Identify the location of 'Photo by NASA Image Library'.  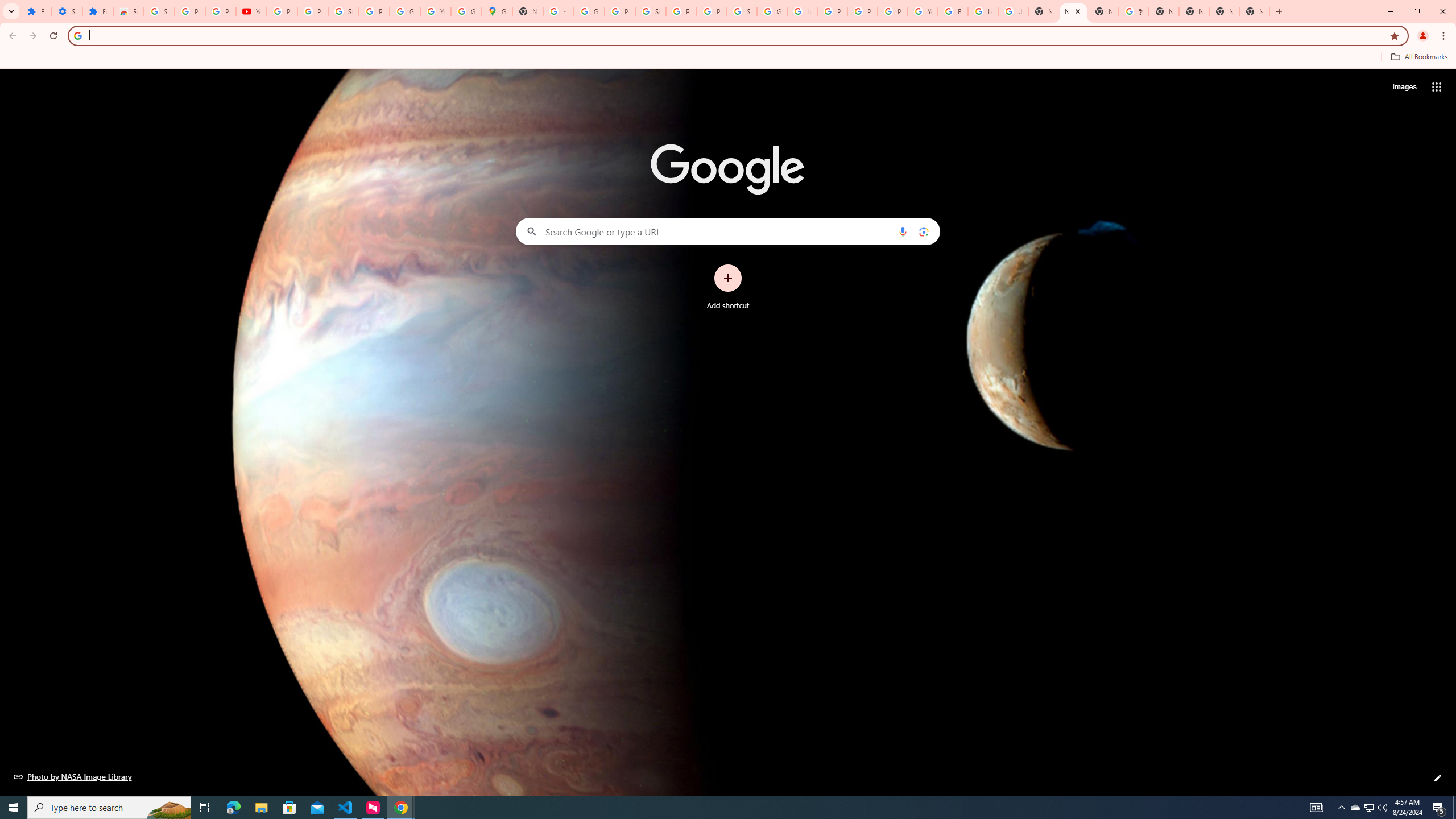
(72, 776).